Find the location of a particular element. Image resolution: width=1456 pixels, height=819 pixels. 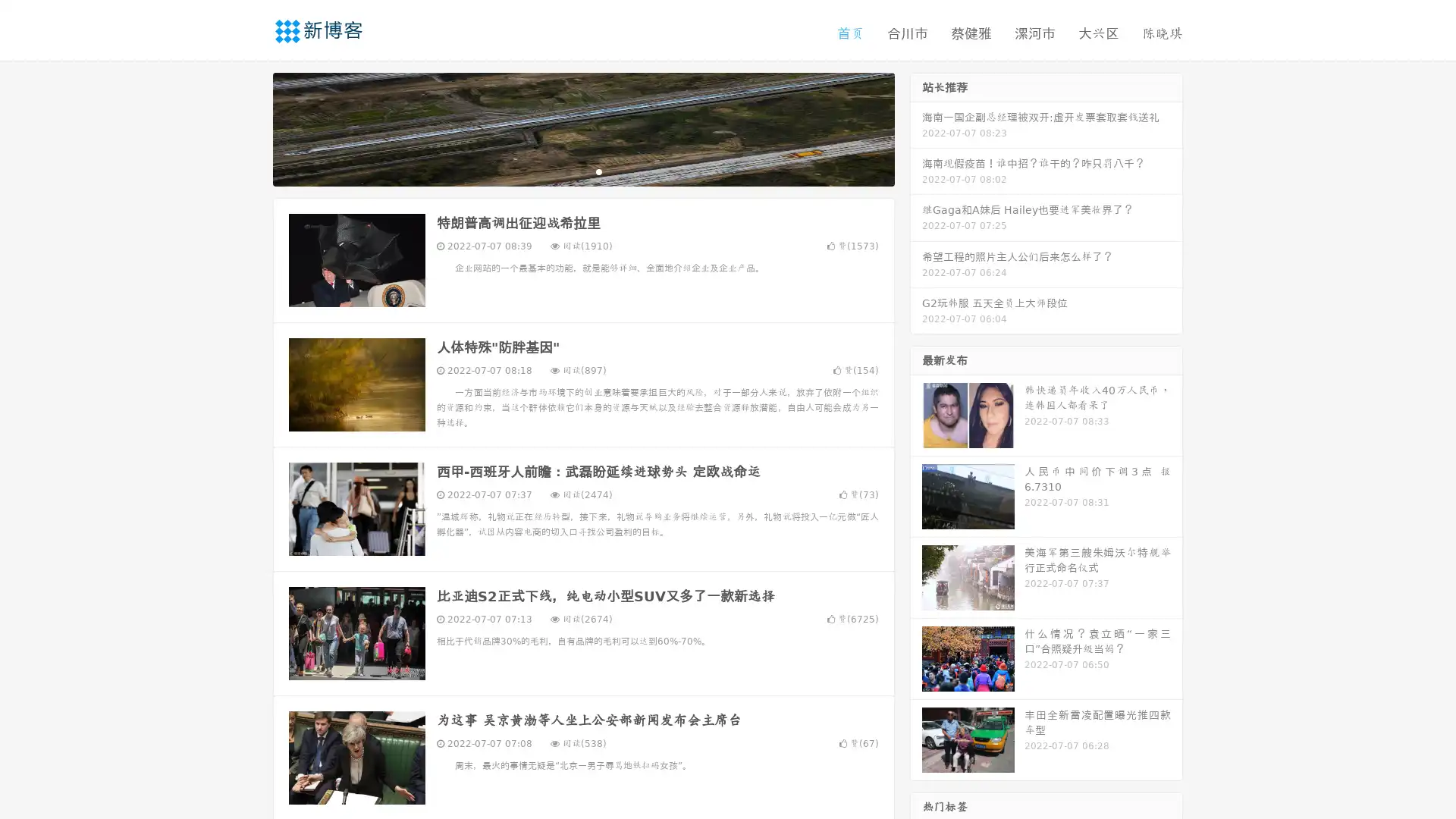

Next slide is located at coordinates (916, 127).